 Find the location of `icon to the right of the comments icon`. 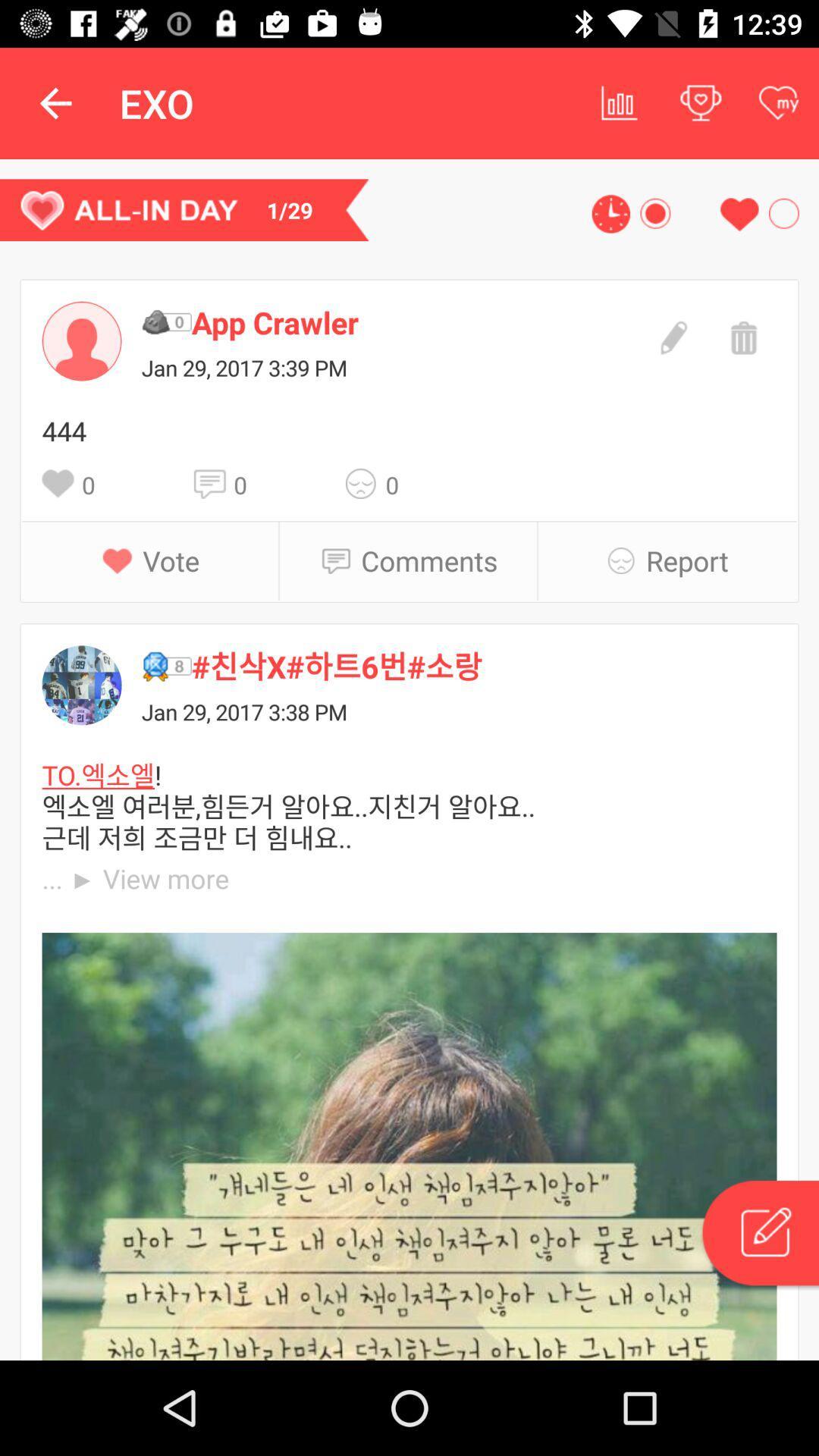

icon to the right of the comments icon is located at coordinates (626, 560).